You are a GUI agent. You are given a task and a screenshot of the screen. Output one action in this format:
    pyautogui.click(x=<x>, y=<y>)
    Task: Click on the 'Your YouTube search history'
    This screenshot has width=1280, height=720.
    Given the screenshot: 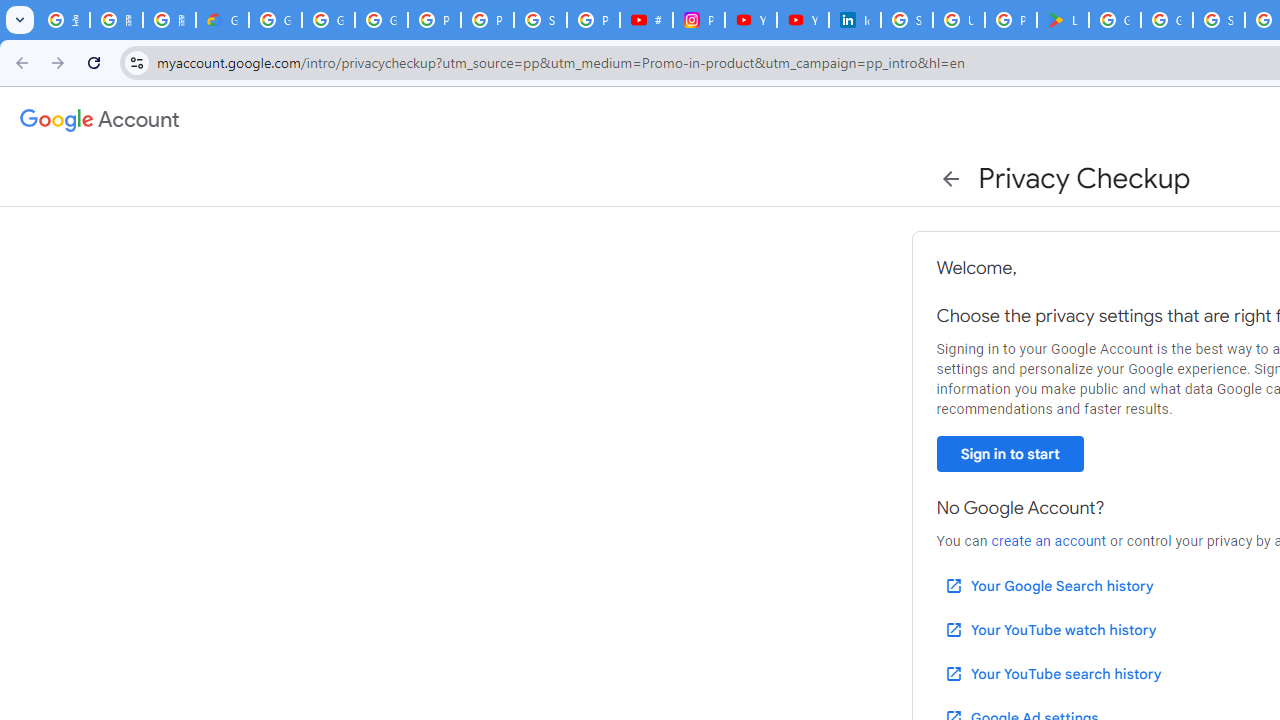 What is the action you would take?
    pyautogui.click(x=1051, y=673)
    